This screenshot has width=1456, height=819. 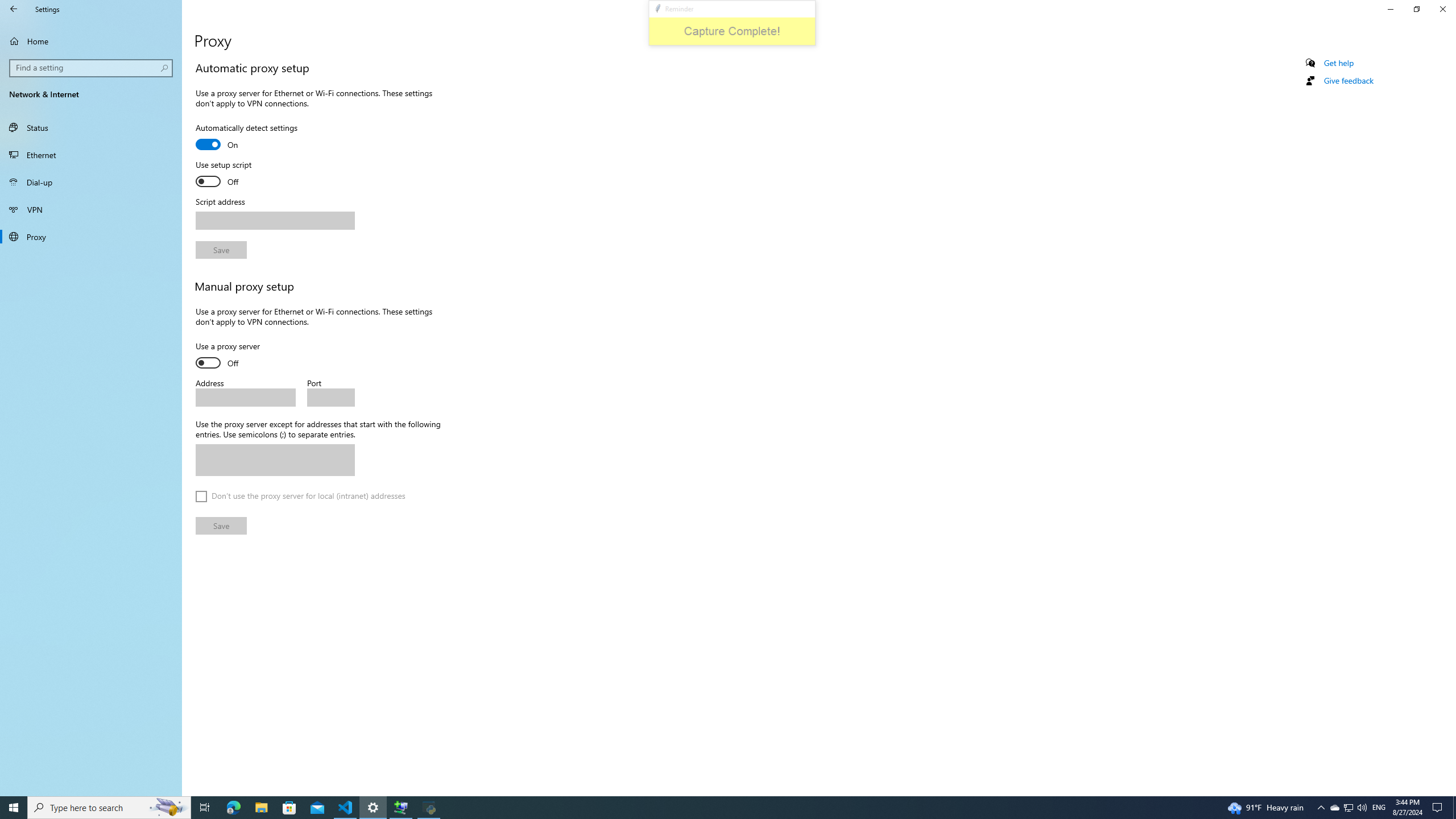 I want to click on 'Home', so click(x=90, y=41).